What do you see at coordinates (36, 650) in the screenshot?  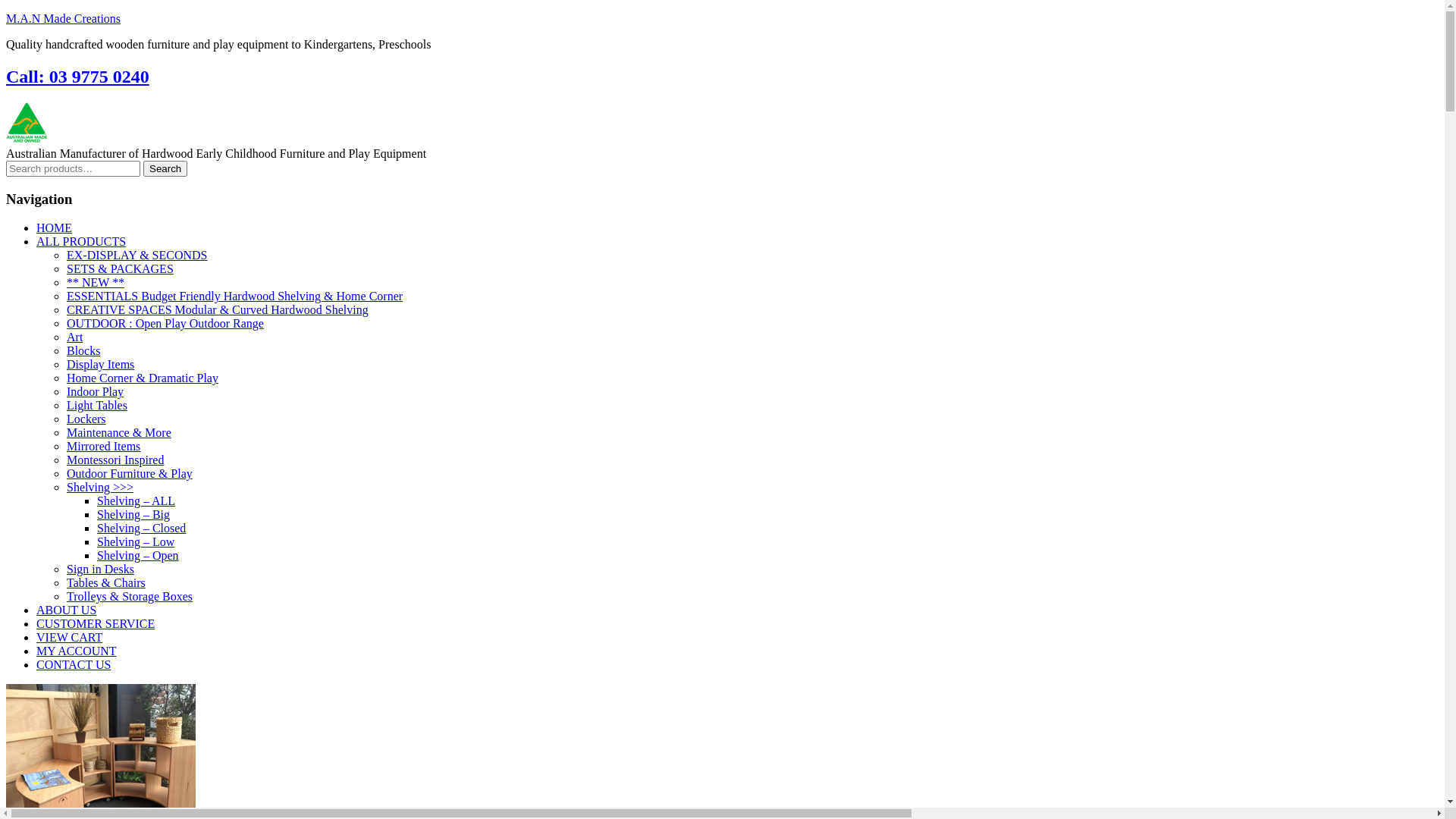 I see `'MY ACCOUNT'` at bounding box center [36, 650].